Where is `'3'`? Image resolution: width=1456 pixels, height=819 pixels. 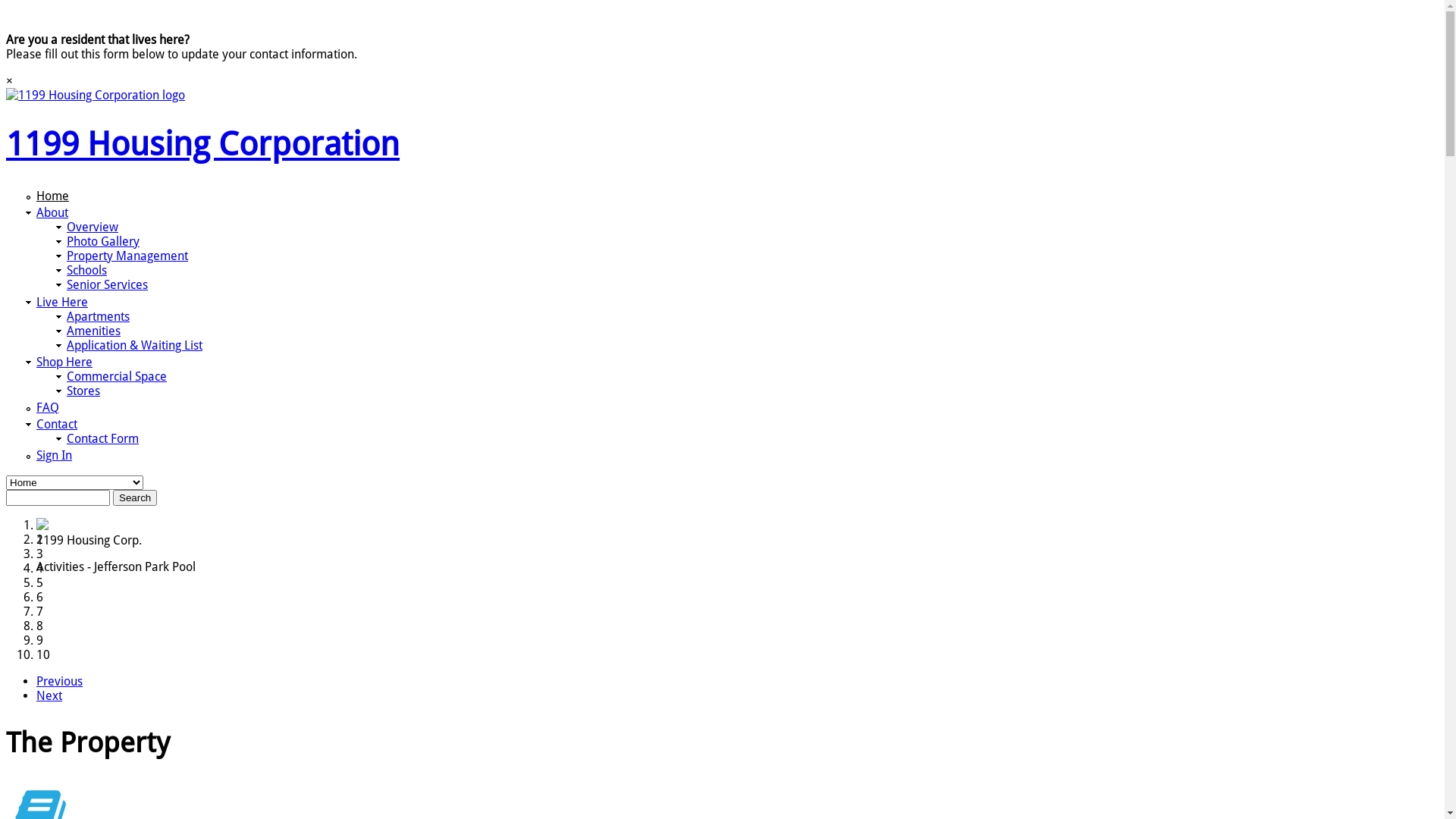
'3' is located at coordinates (39, 554).